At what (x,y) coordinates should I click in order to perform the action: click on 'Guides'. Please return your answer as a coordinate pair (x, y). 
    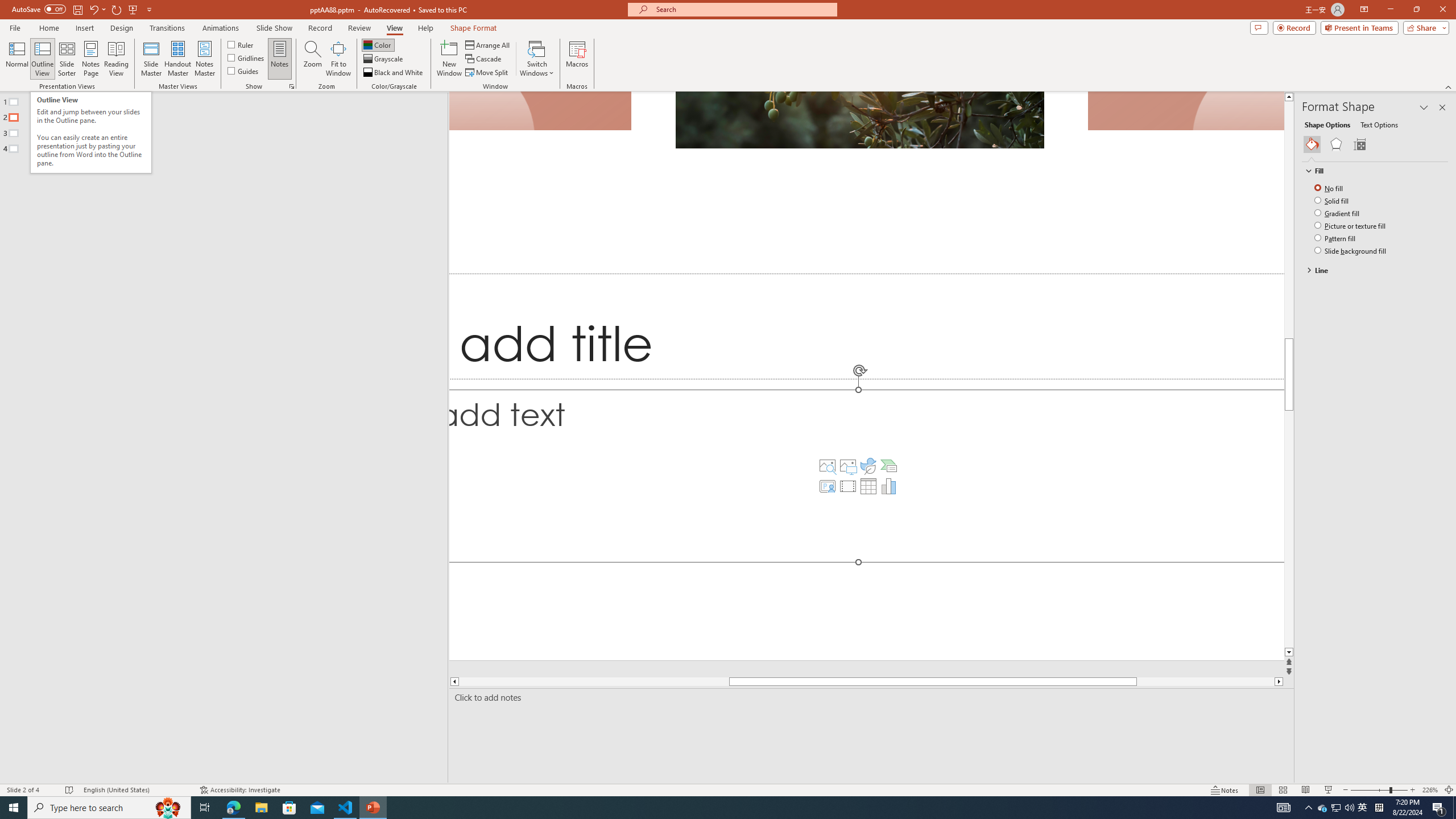
    Looking at the image, I should click on (243, 69).